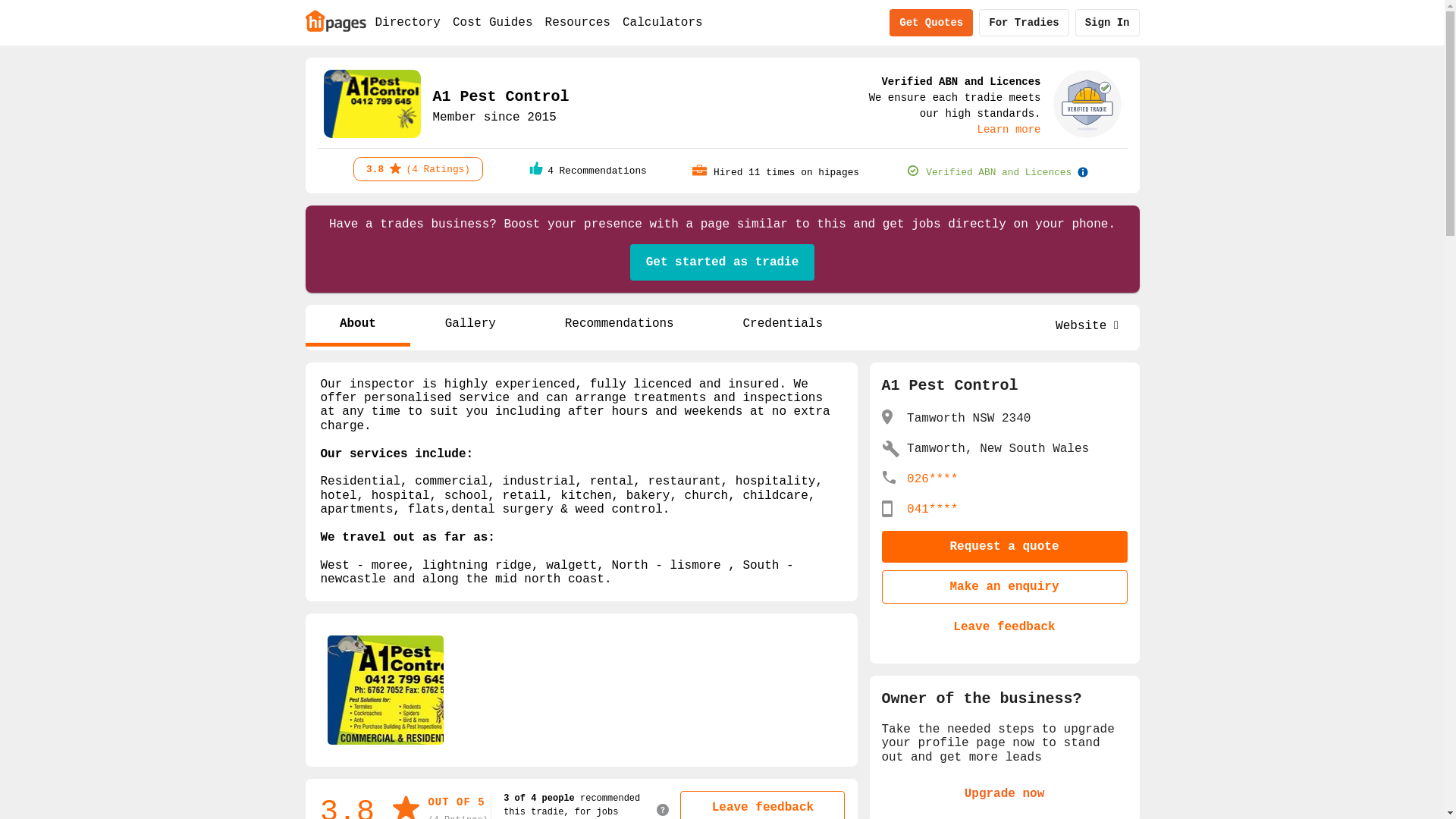  I want to click on 'Home', so click(334, 20).